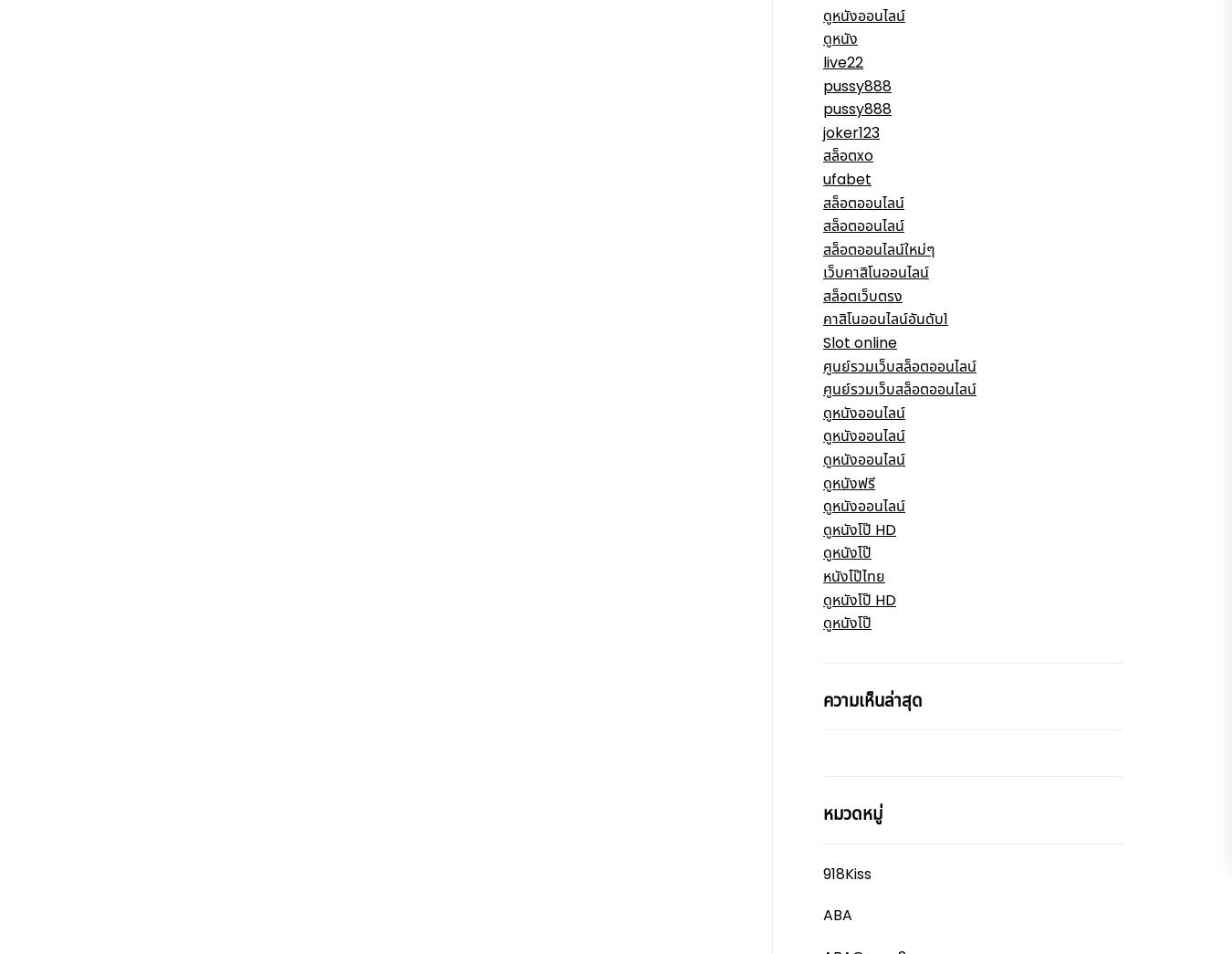 This screenshot has width=1232, height=954. What do you see at coordinates (821, 154) in the screenshot?
I see `'สล็อตxo'` at bounding box center [821, 154].